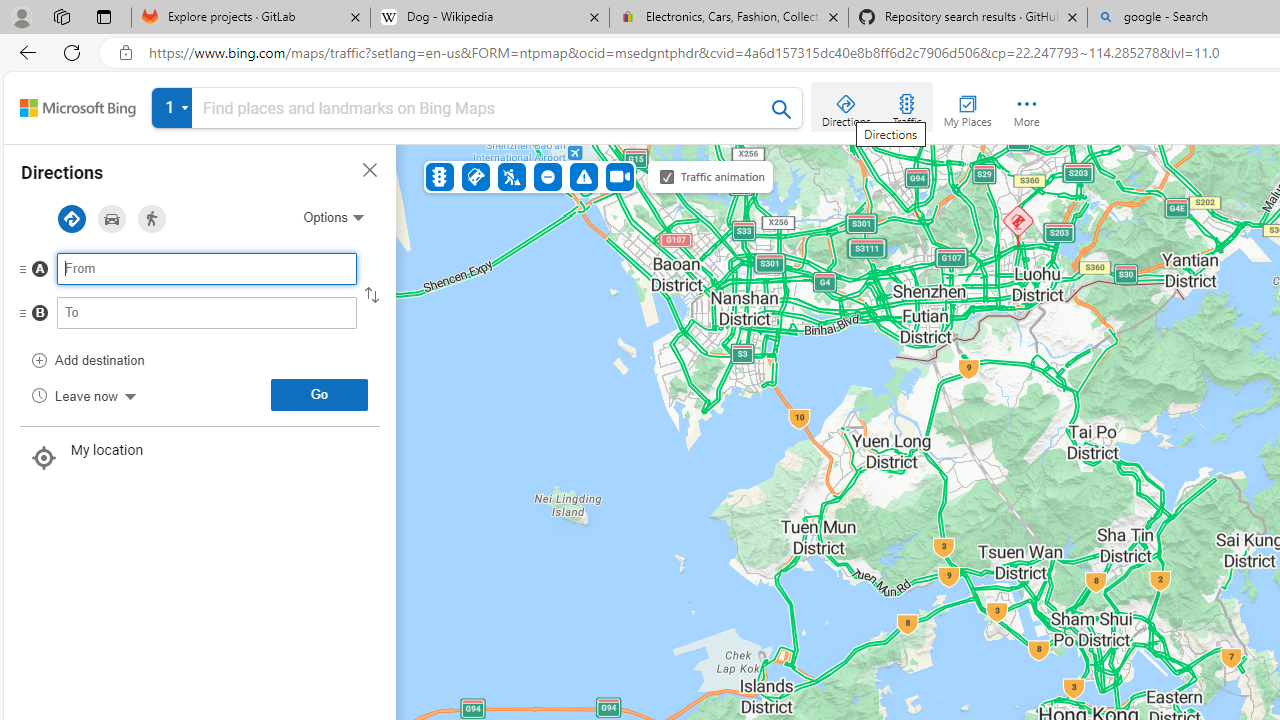 This screenshot has width=1280, height=720. I want to click on 'Leave now', so click(82, 394).